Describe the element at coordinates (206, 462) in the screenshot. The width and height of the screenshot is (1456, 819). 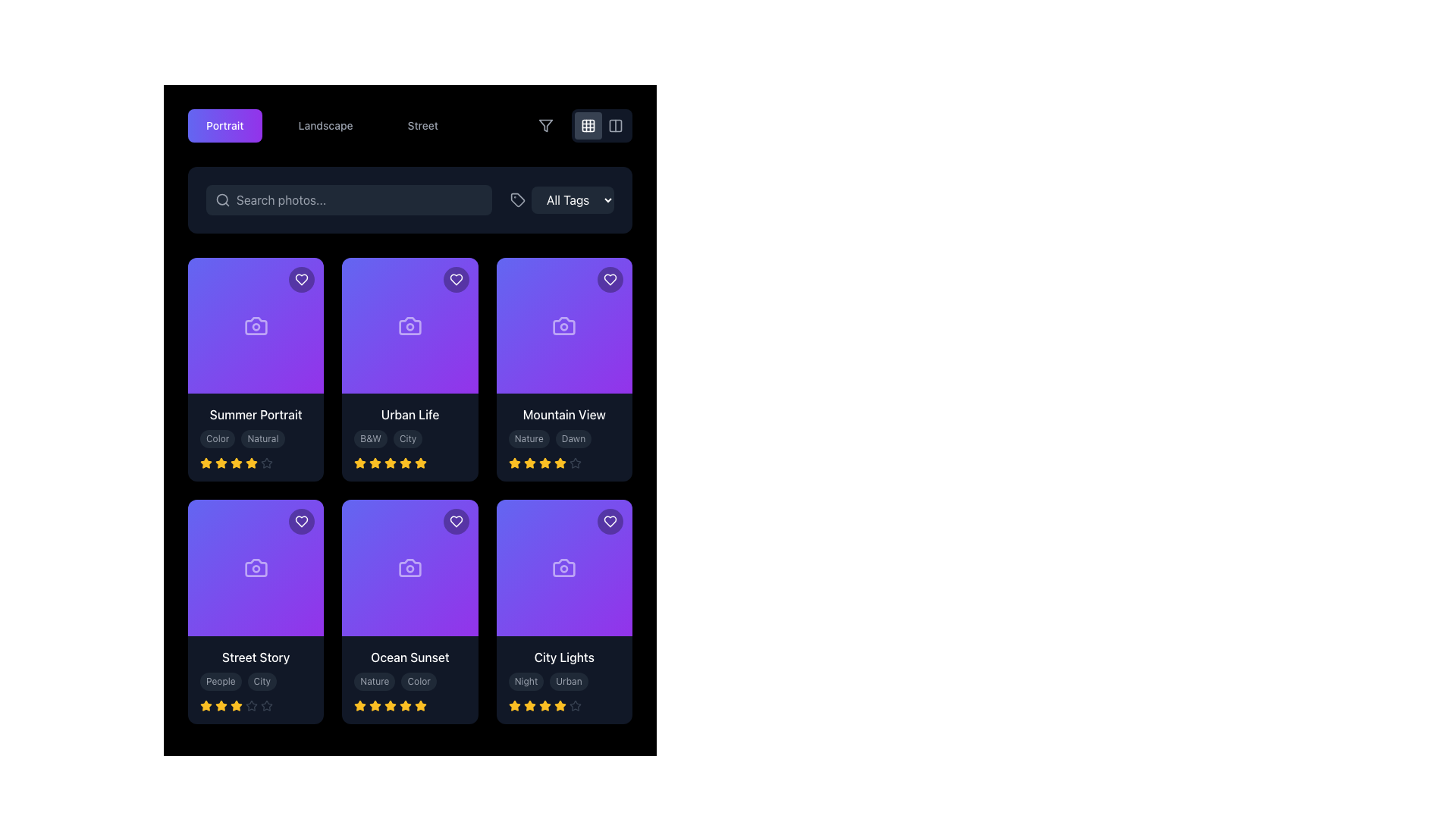
I see `the first star icon in the 5-star rating system under the 'Summer Portrait' title` at that location.